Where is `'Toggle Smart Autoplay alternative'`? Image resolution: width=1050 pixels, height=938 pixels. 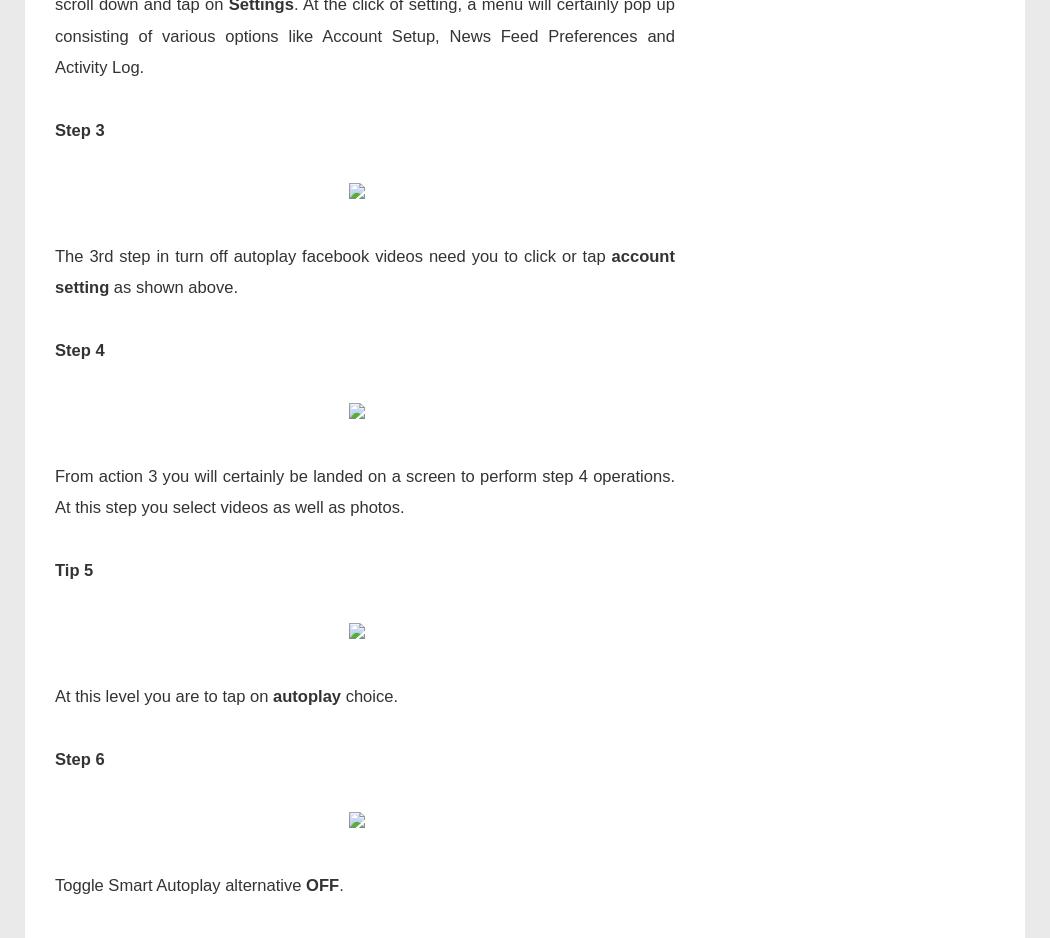 'Toggle Smart Autoplay alternative' is located at coordinates (180, 884).